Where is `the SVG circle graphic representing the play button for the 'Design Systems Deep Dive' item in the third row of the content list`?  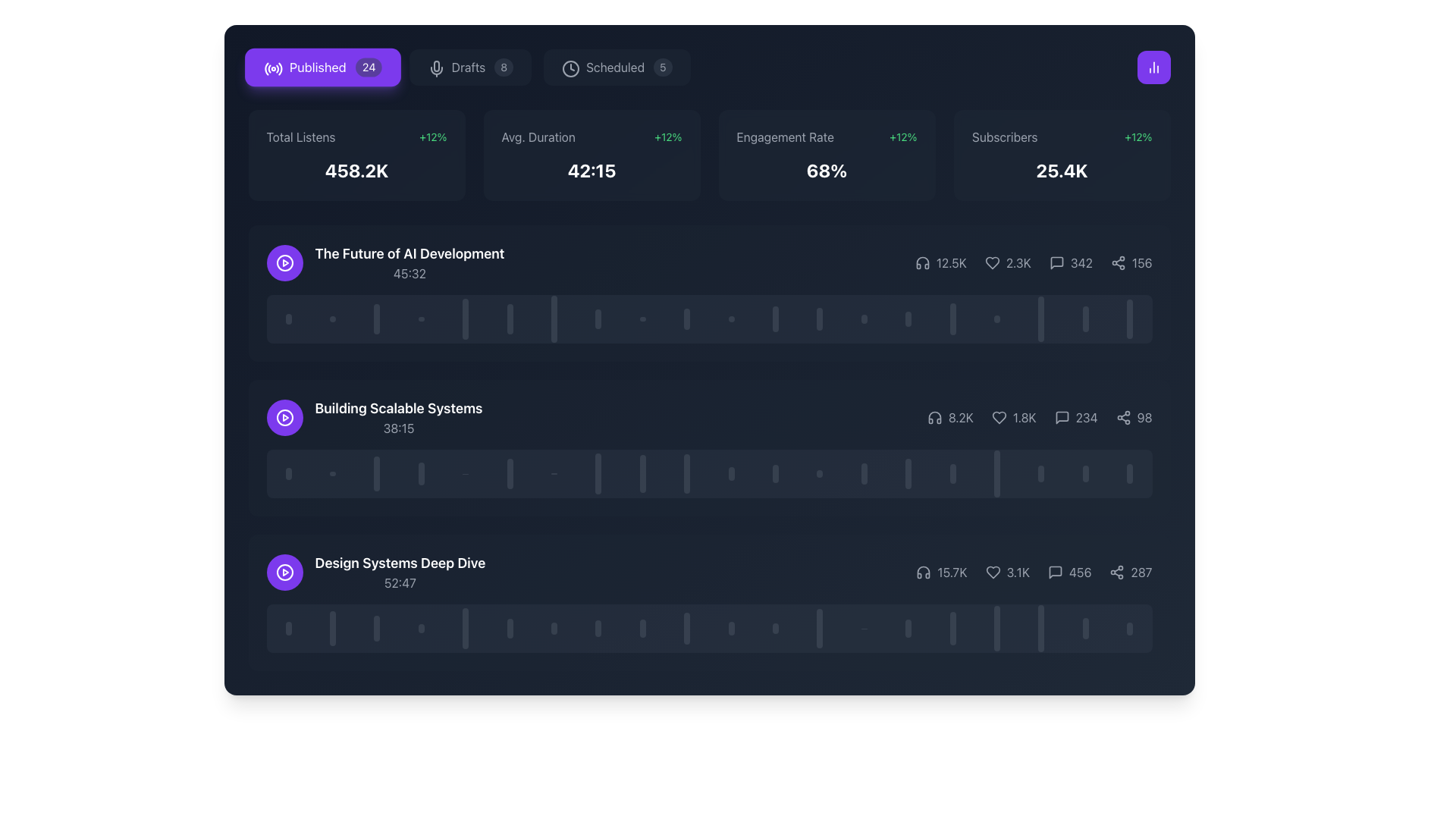 the SVG circle graphic representing the play button for the 'Design Systems Deep Dive' item in the third row of the content list is located at coordinates (284, 418).